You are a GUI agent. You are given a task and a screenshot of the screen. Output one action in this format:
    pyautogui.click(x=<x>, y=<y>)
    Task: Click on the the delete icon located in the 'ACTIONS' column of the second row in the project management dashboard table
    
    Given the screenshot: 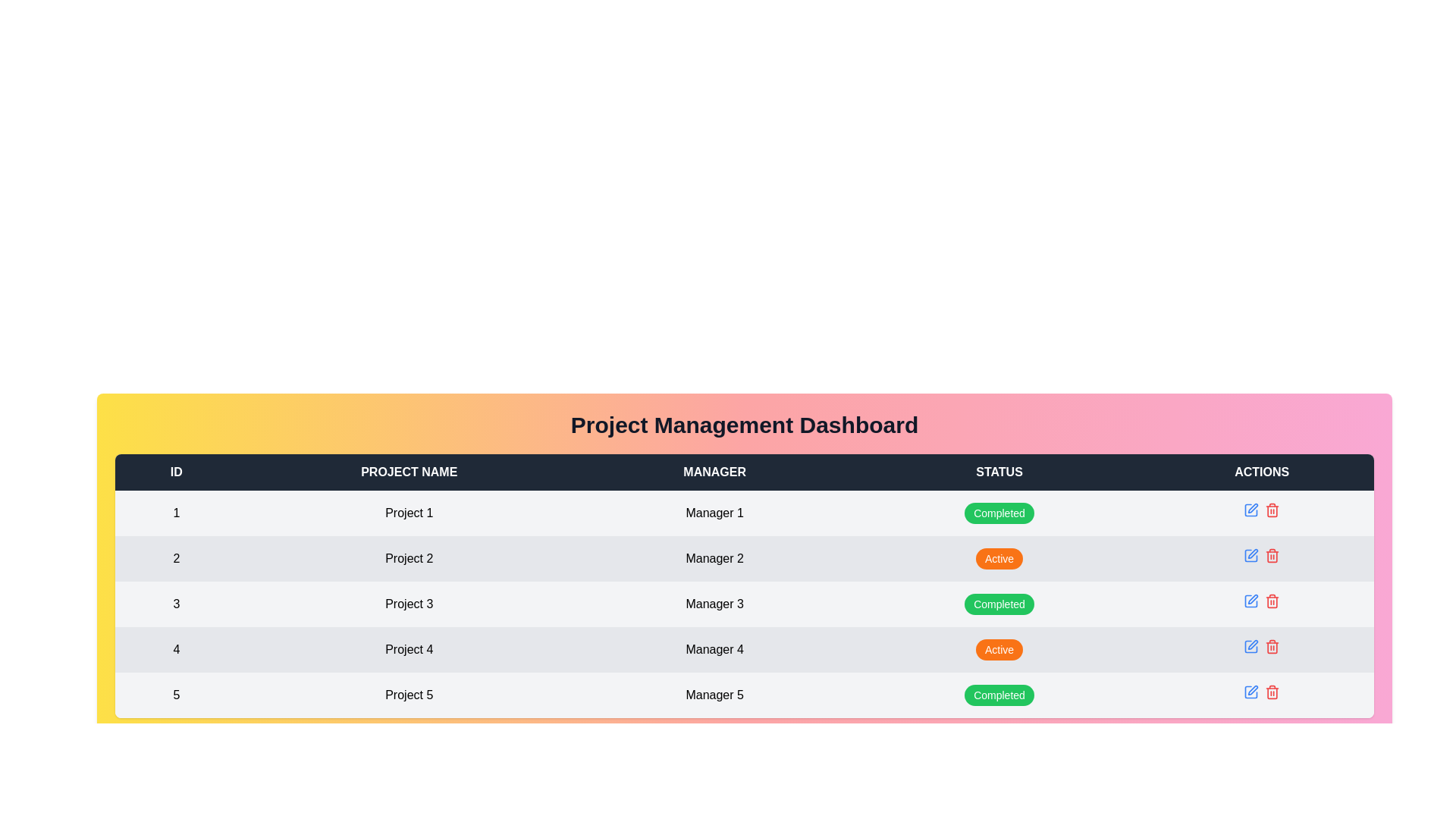 What is the action you would take?
    pyautogui.click(x=1272, y=555)
    